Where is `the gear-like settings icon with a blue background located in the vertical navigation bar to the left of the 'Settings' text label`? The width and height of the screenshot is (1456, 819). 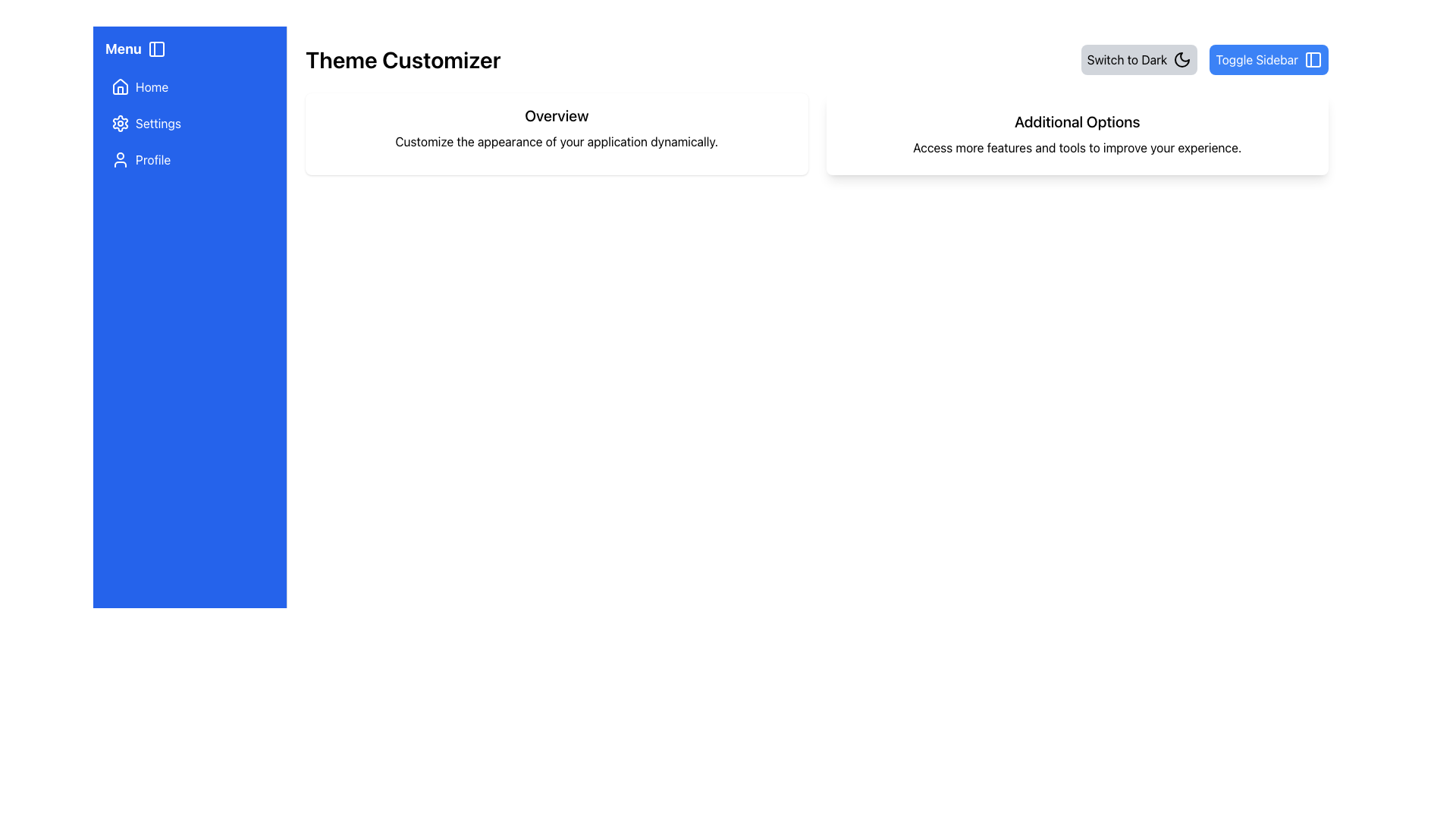
the gear-like settings icon with a blue background located in the vertical navigation bar to the left of the 'Settings' text label is located at coordinates (119, 122).